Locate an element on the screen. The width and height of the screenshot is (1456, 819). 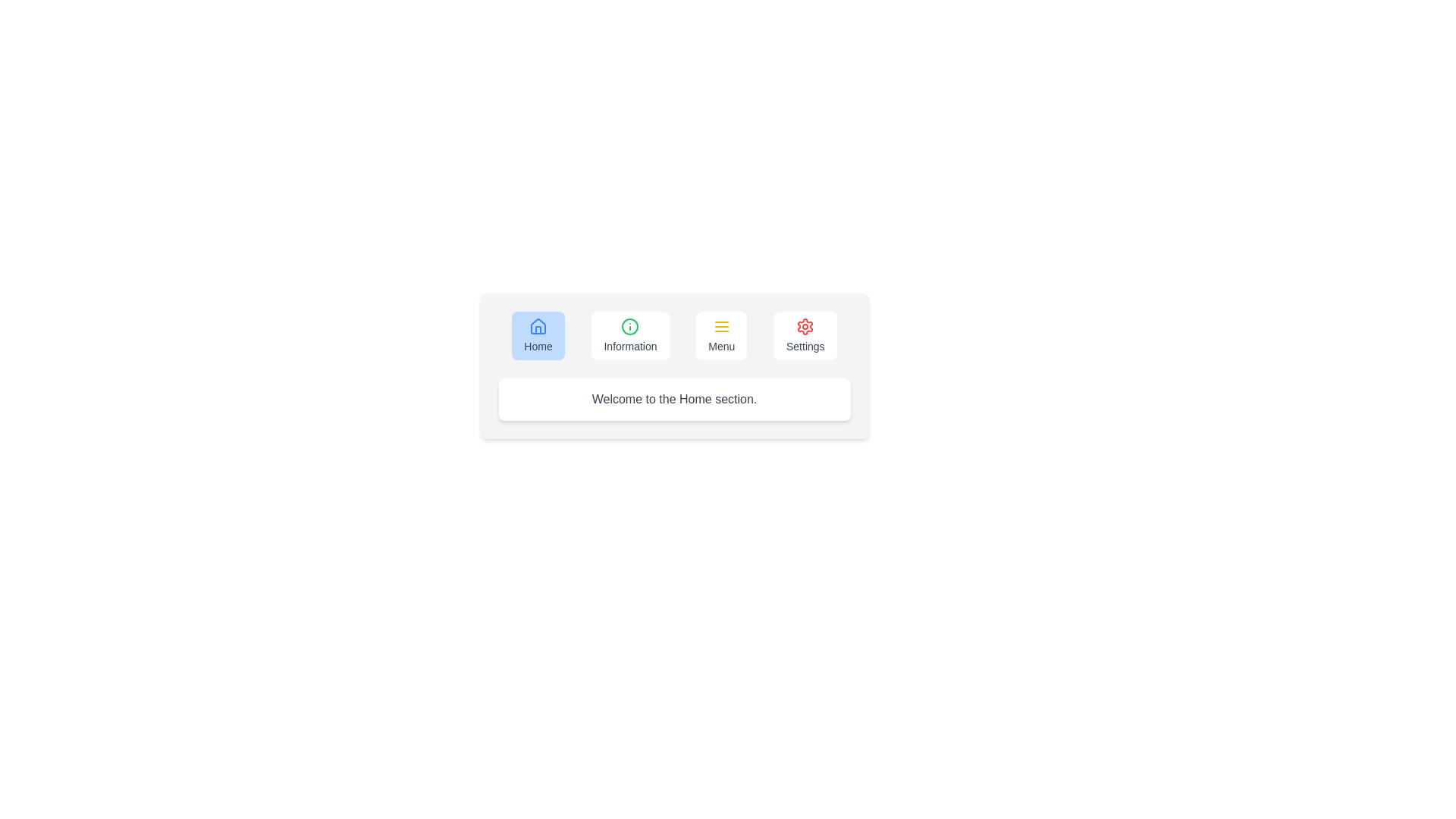
the button with a white background and a yellow menu icon labeled 'Menu' is located at coordinates (720, 335).